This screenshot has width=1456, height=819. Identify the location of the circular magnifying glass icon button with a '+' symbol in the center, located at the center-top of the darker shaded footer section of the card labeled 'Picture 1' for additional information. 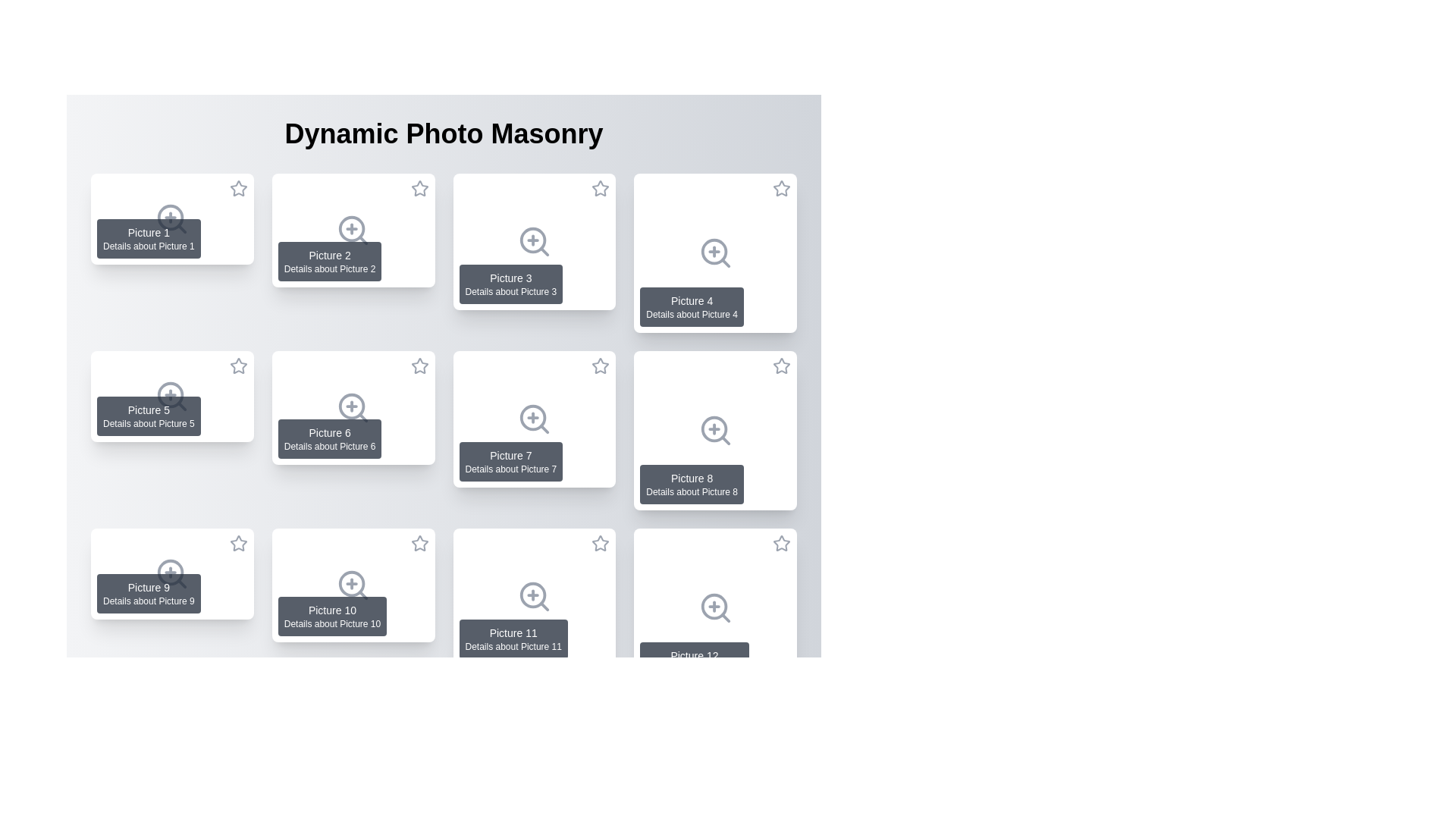
(172, 219).